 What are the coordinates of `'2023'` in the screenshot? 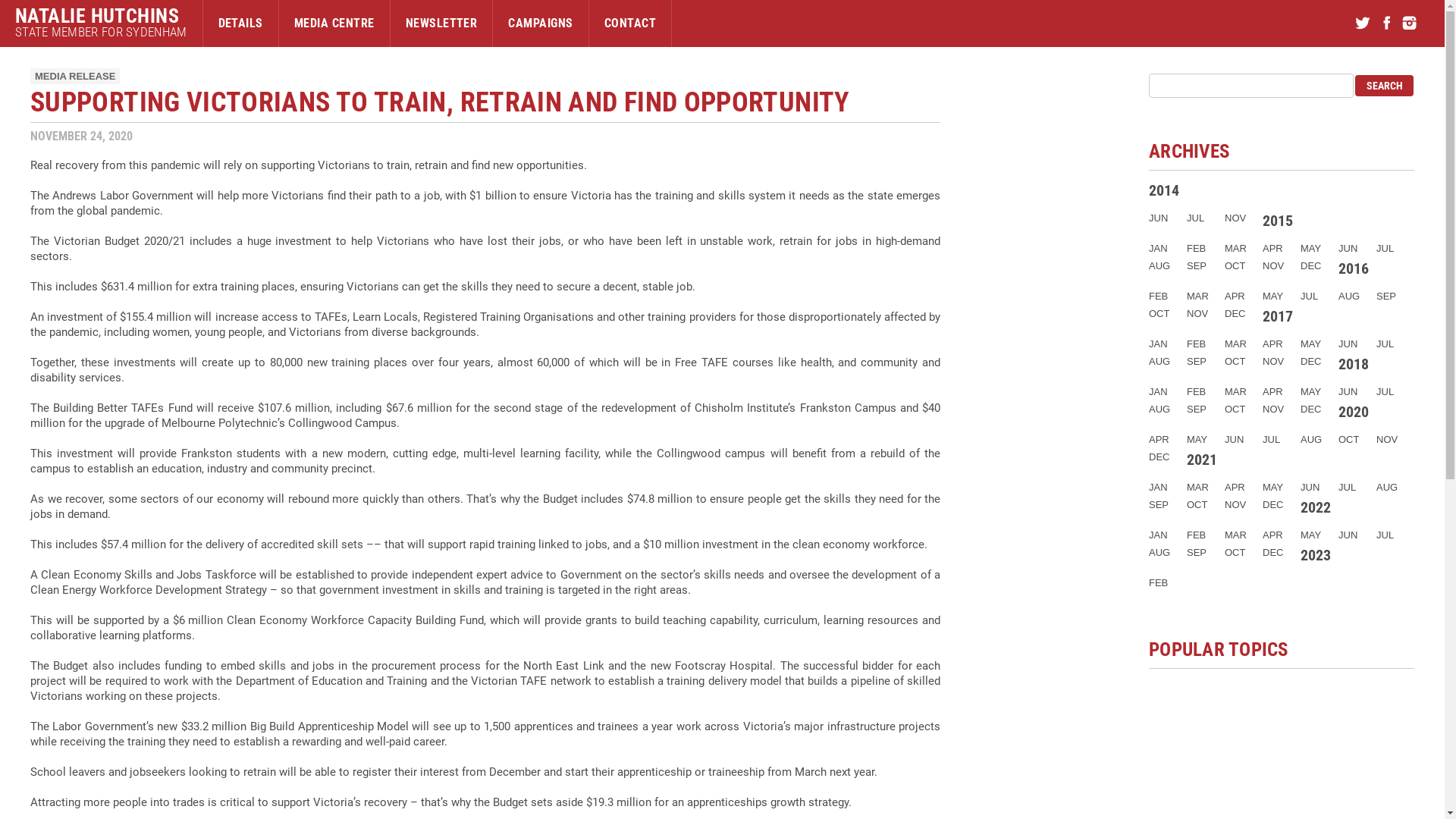 It's located at (1314, 555).